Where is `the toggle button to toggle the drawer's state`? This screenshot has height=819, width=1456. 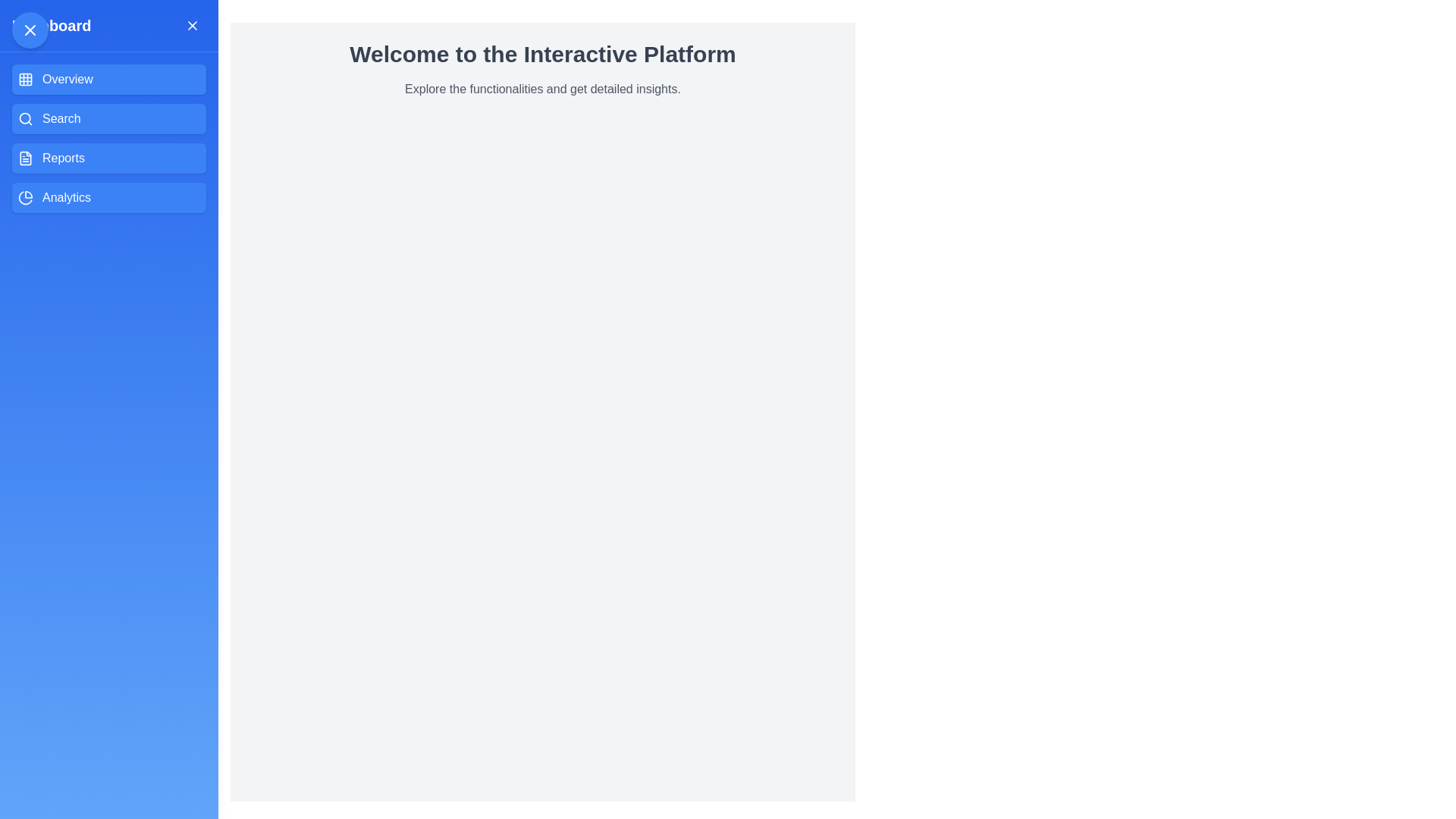
the toggle button to toggle the drawer's state is located at coordinates (30, 30).